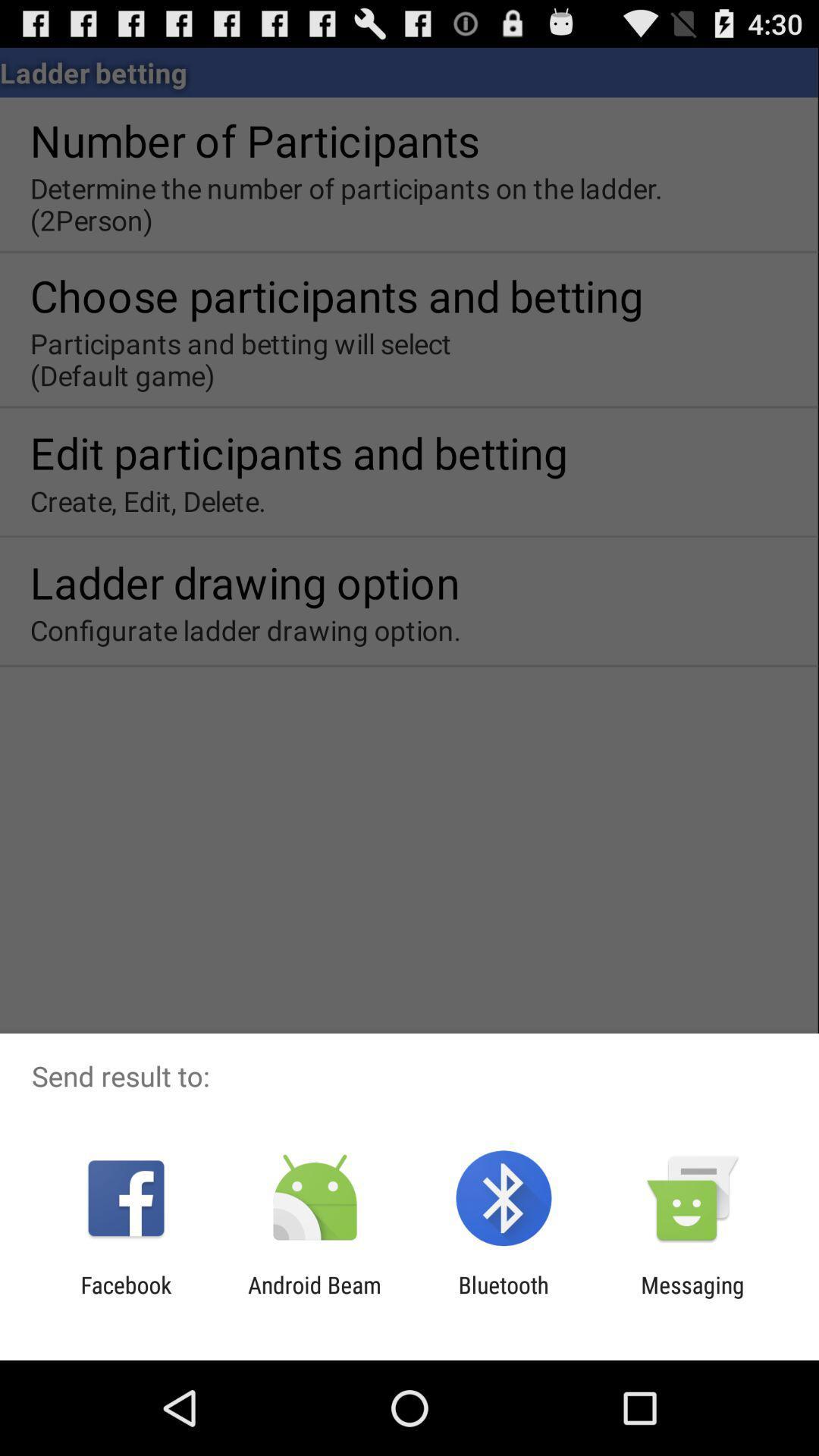  I want to click on facebook, so click(125, 1298).